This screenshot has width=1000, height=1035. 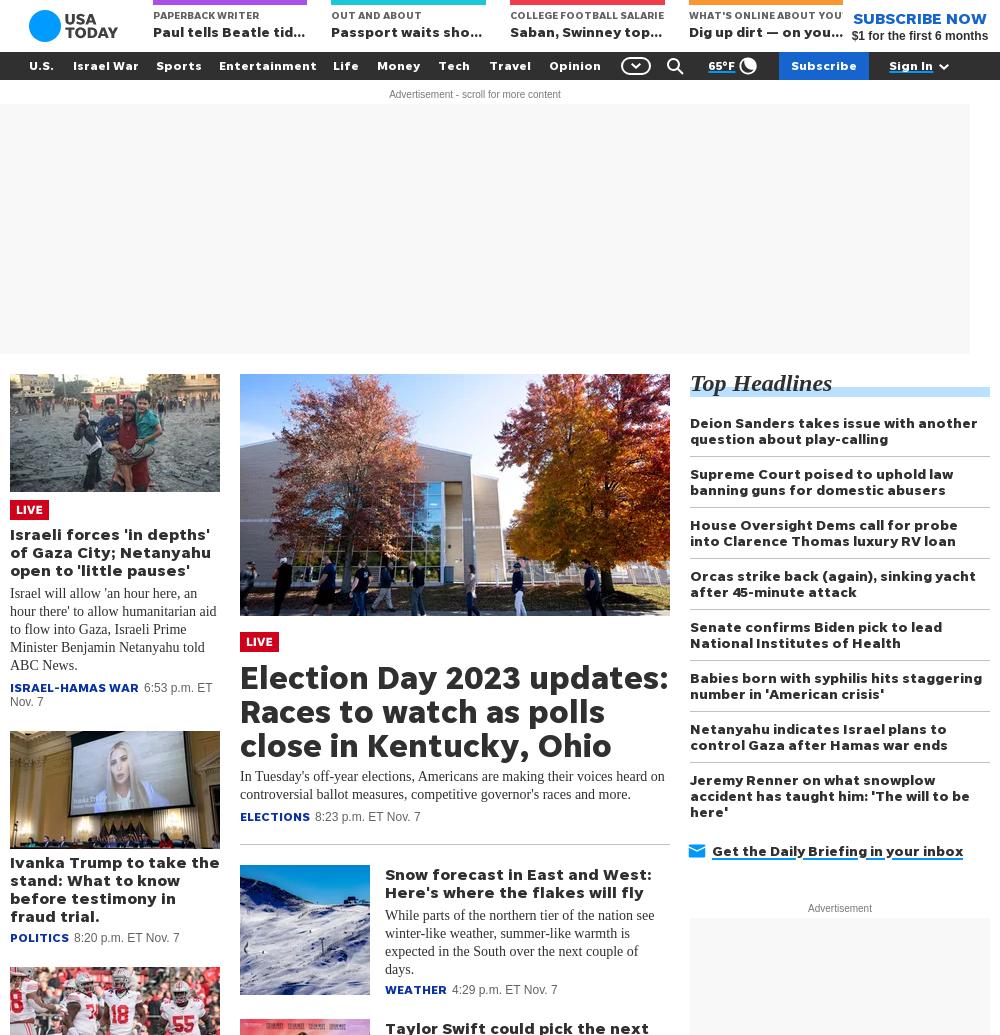 I want to click on 'Supreme Court poised to uphold law banning guns for domestic abusers', so click(x=820, y=481).